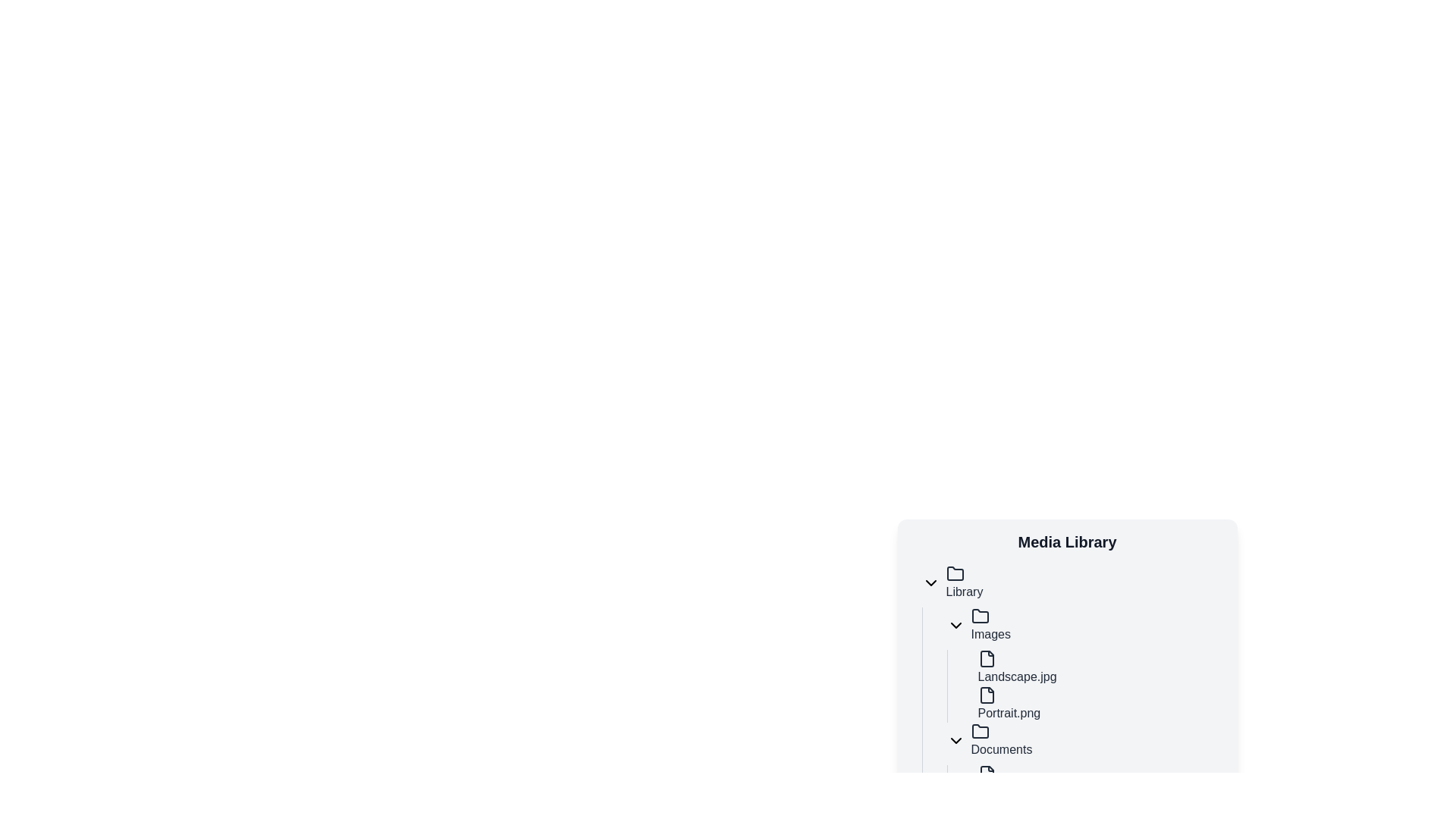 Image resolution: width=1456 pixels, height=819 pixels. What do you see at coordinates (1017, 667) in the screenshot?
I see `the text label indicating the name of the file located to the right of the file icon in the 'Images' folder of the 'Media Library'` at bounding box center [1017, 667].